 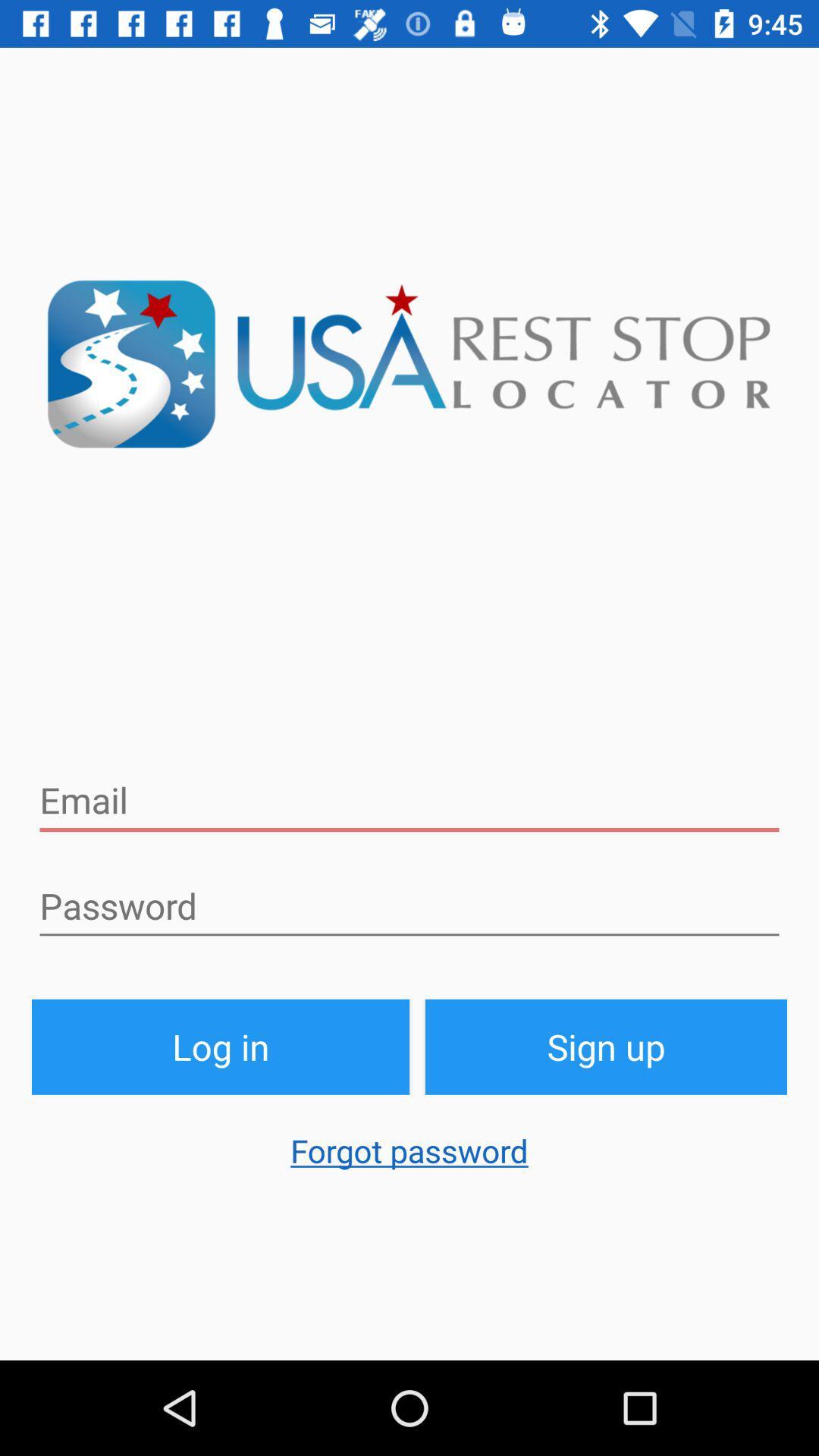 What do you see at coordinates (220, 1046) in the screenshot?
I see `item next to sign up item` at bounding box center [220, 1046].